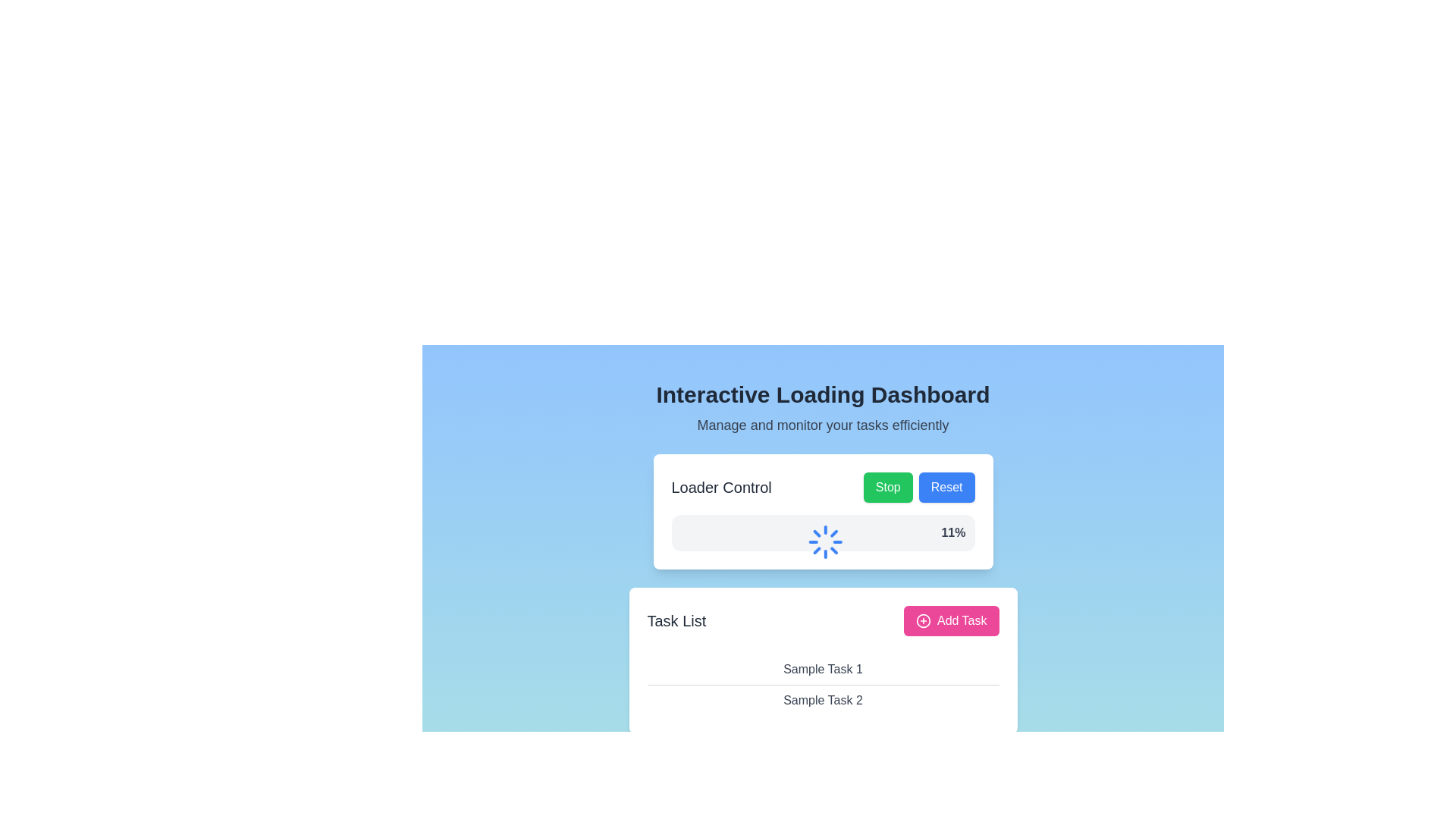 The image size is (1456, 819). I want to click on text displayed in the heading that says 'Interactive Loading Dashboard', which is located at the top of the panel interface, so click(822, 394).